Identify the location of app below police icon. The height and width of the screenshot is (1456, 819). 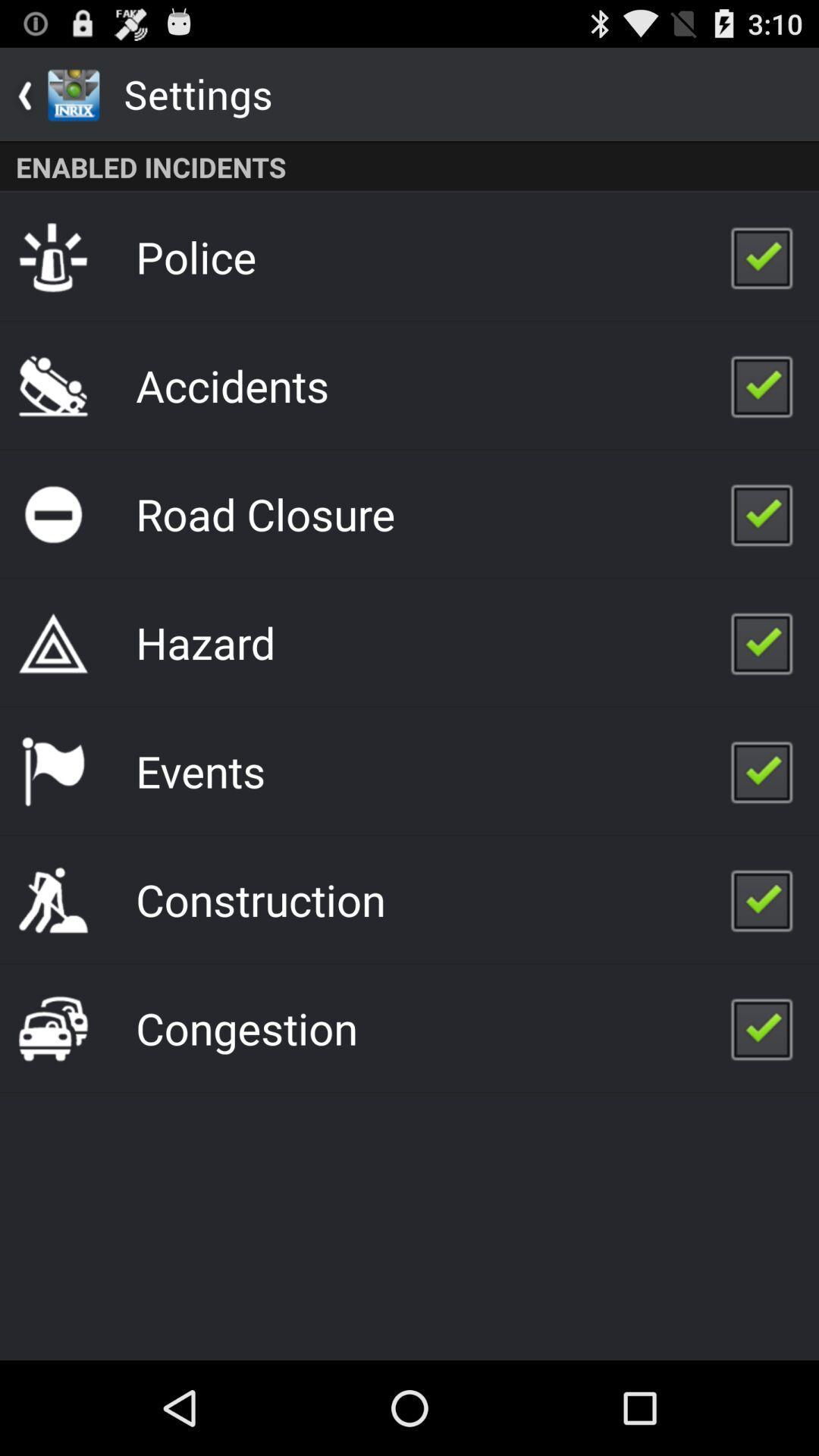
(232, 385).